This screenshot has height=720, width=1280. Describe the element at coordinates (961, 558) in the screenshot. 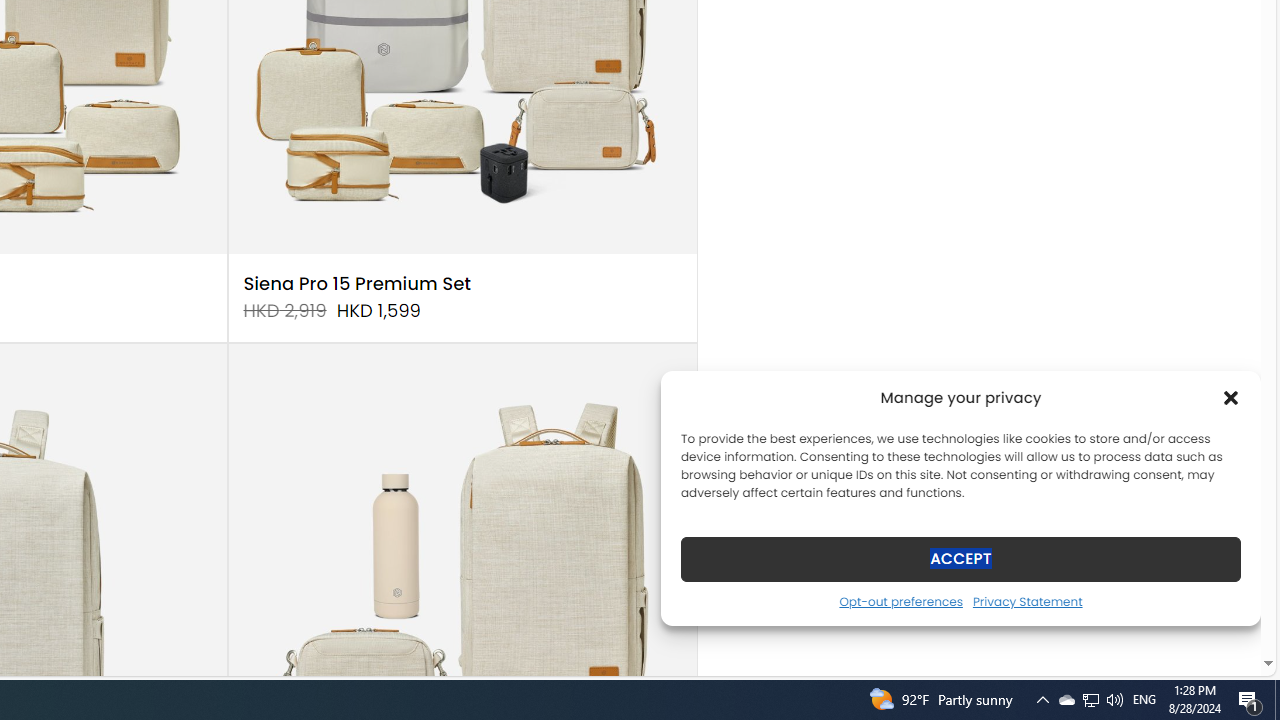

I see `'ACCEPT'` at that location.